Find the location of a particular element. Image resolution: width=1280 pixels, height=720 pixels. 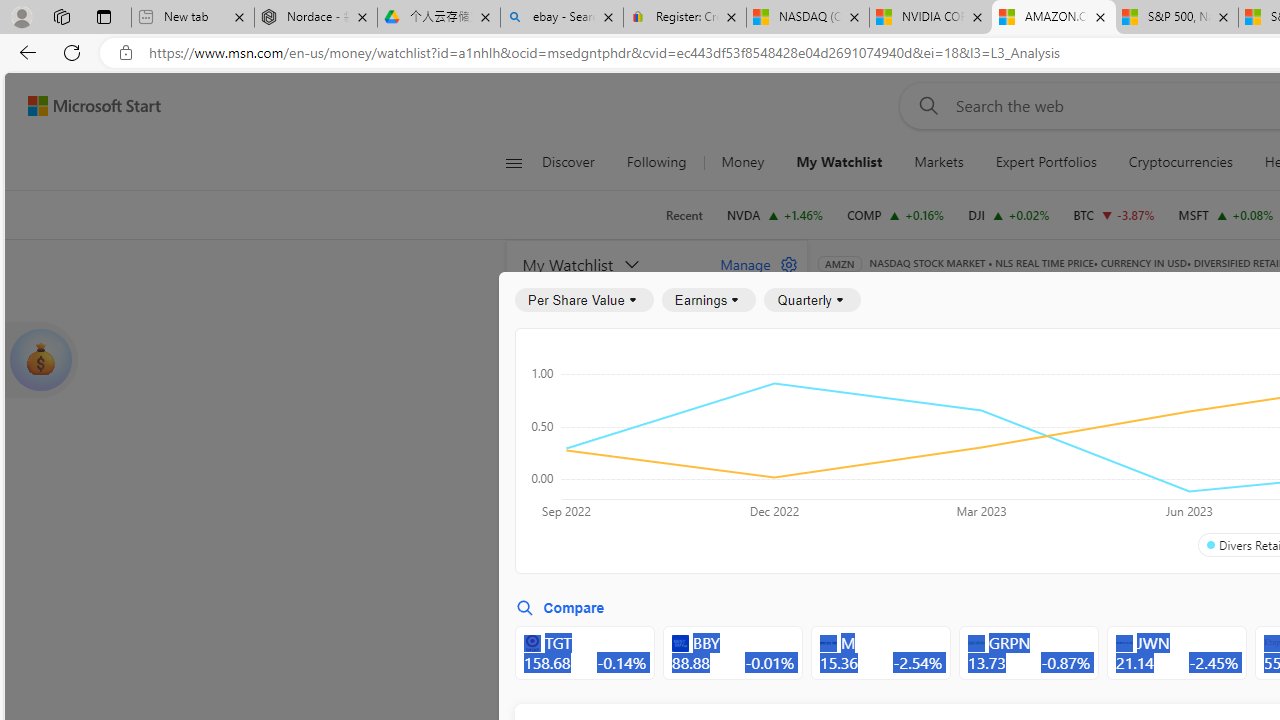

'Expert Portfolios' is located at coordinates (1045, 162).